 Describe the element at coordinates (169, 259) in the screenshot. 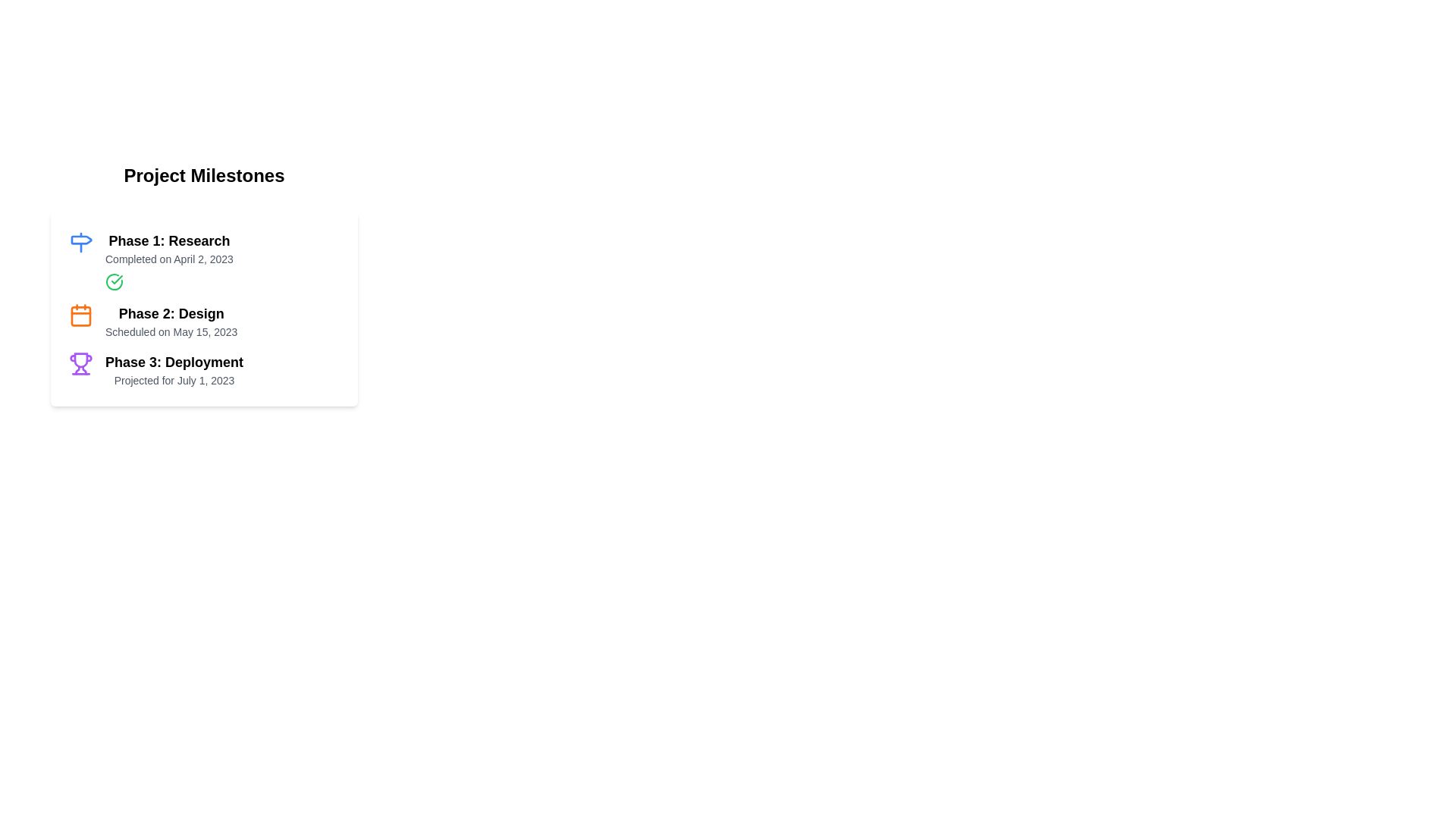

I see `displayed information in the Information block titled 'Phase 1: Research' with subtitle 'Completed on April 2, 2023' and a green circular checkmark icon` at that location.